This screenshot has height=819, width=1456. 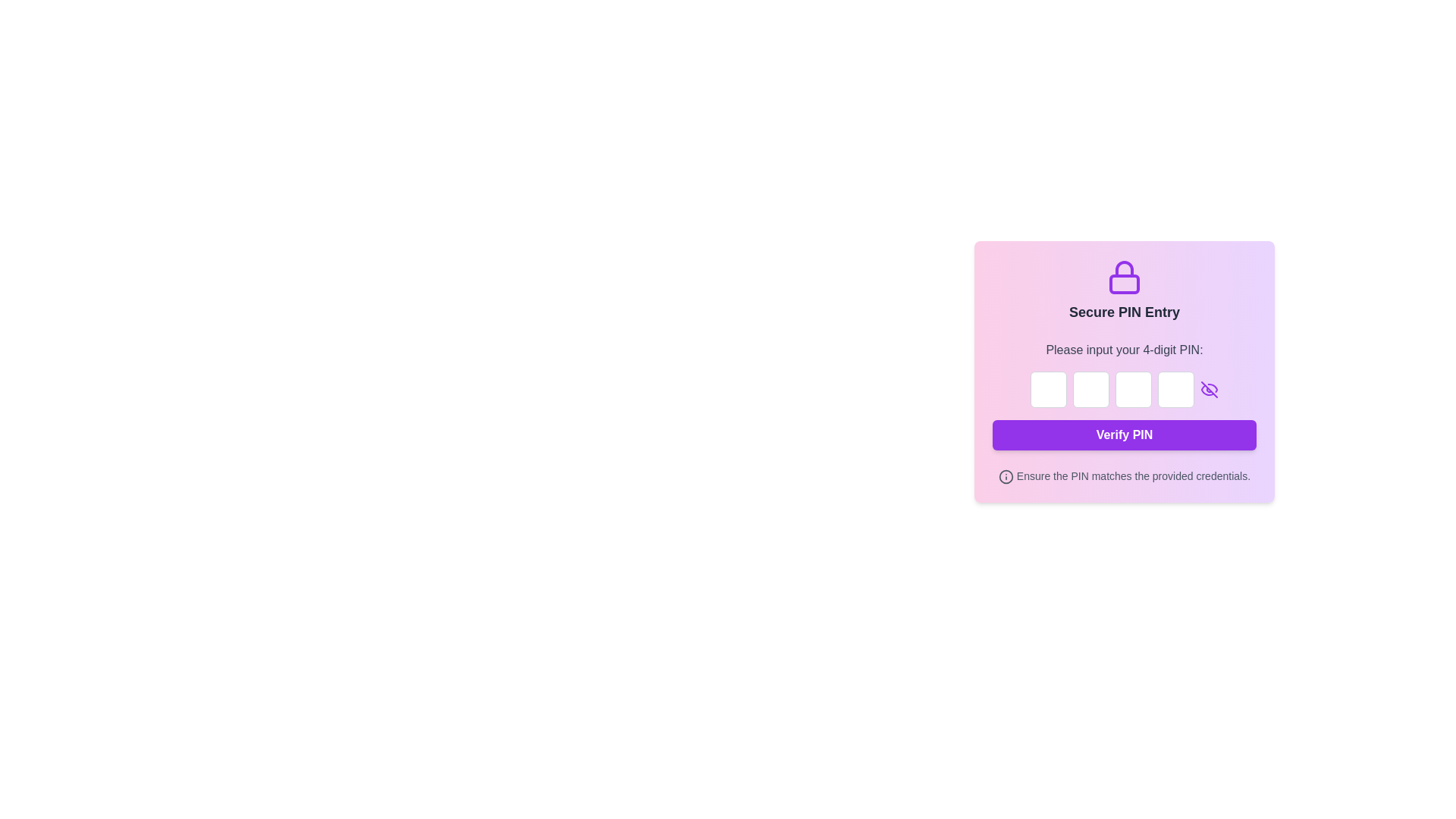 What do you see at coordinates (1208, 388) in the screenshot?
I see `the visibility toggle button located to the right of the last PIN input field, which switches between masked and unmasked states` at bounding box center [1208, 388].